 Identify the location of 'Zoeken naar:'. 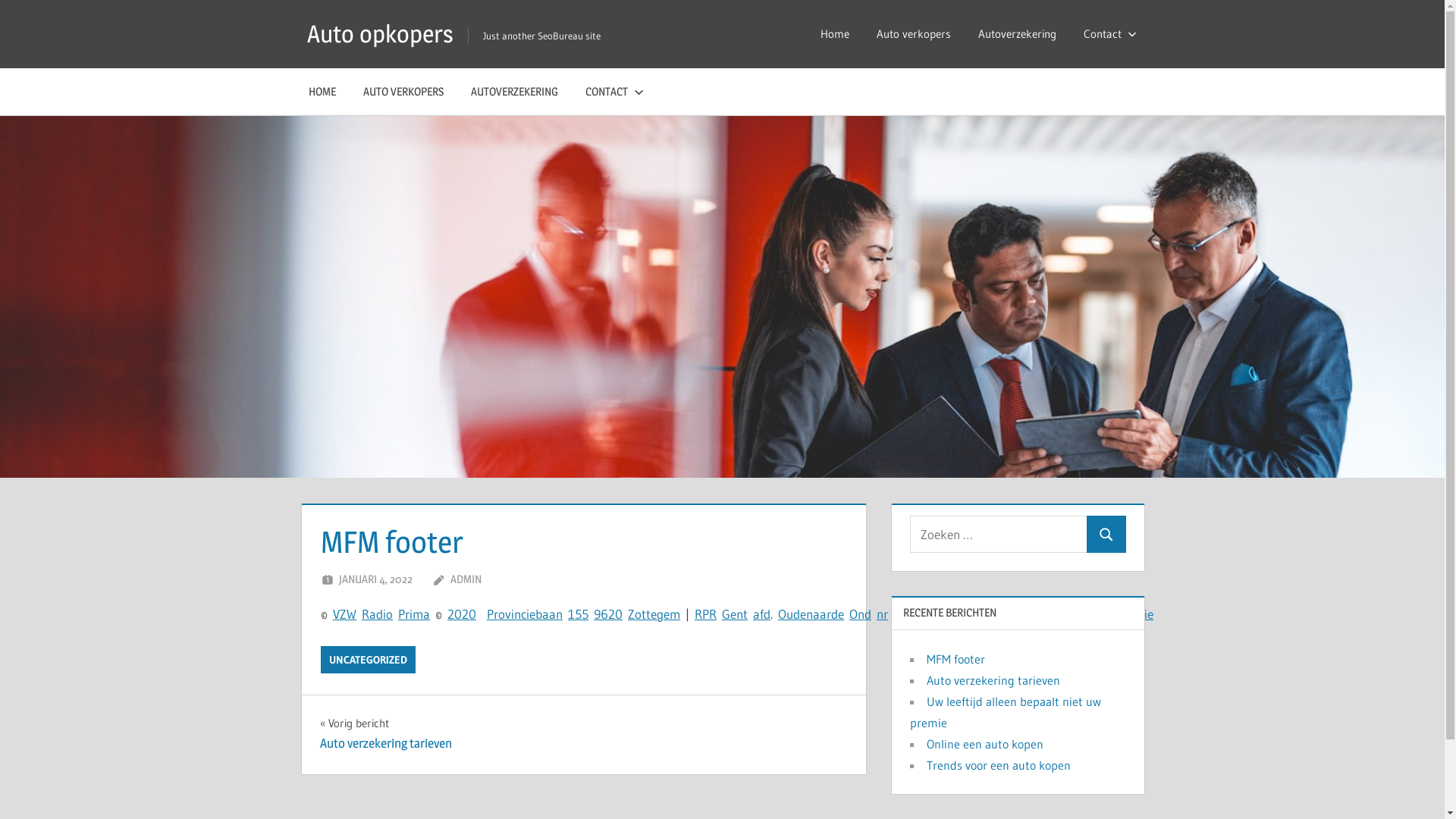
(998, 533).